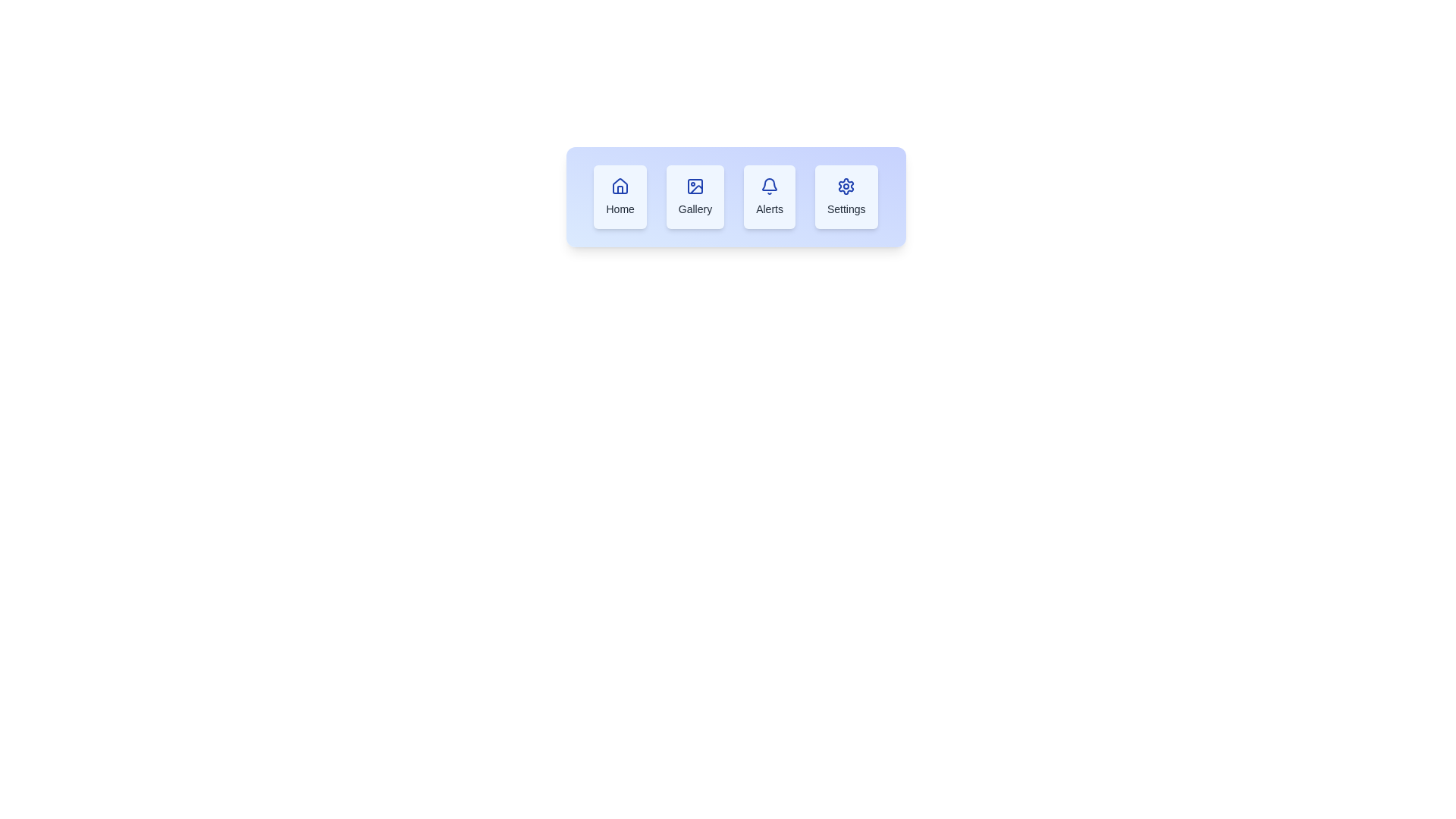 Image resolution: width=1456 pixels, height=819 pixels. I want to click on the third section of the navigation bar labeled 'Alerts', so click(736, 196).